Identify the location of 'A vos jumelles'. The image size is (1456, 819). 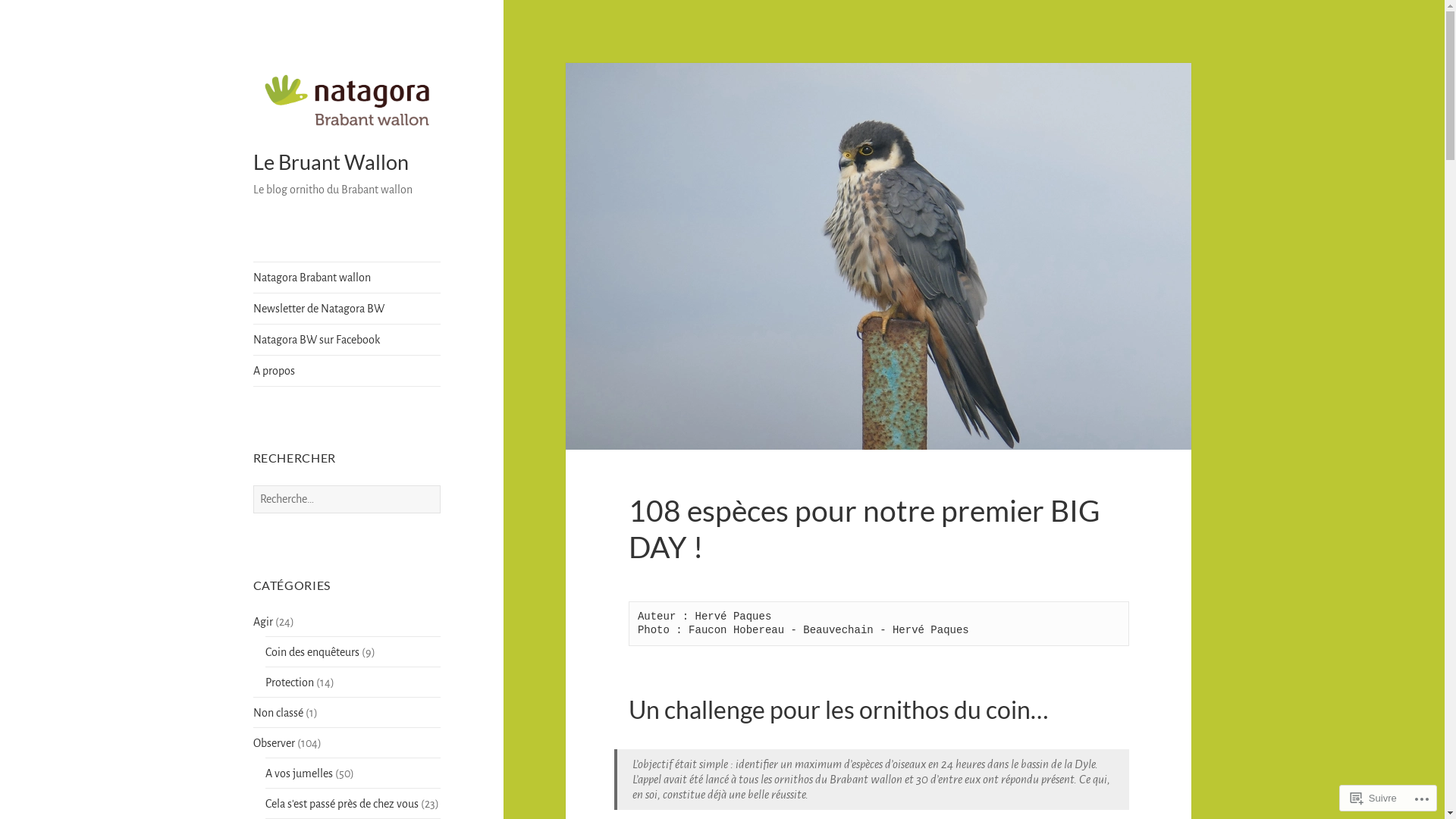
(299, 773).